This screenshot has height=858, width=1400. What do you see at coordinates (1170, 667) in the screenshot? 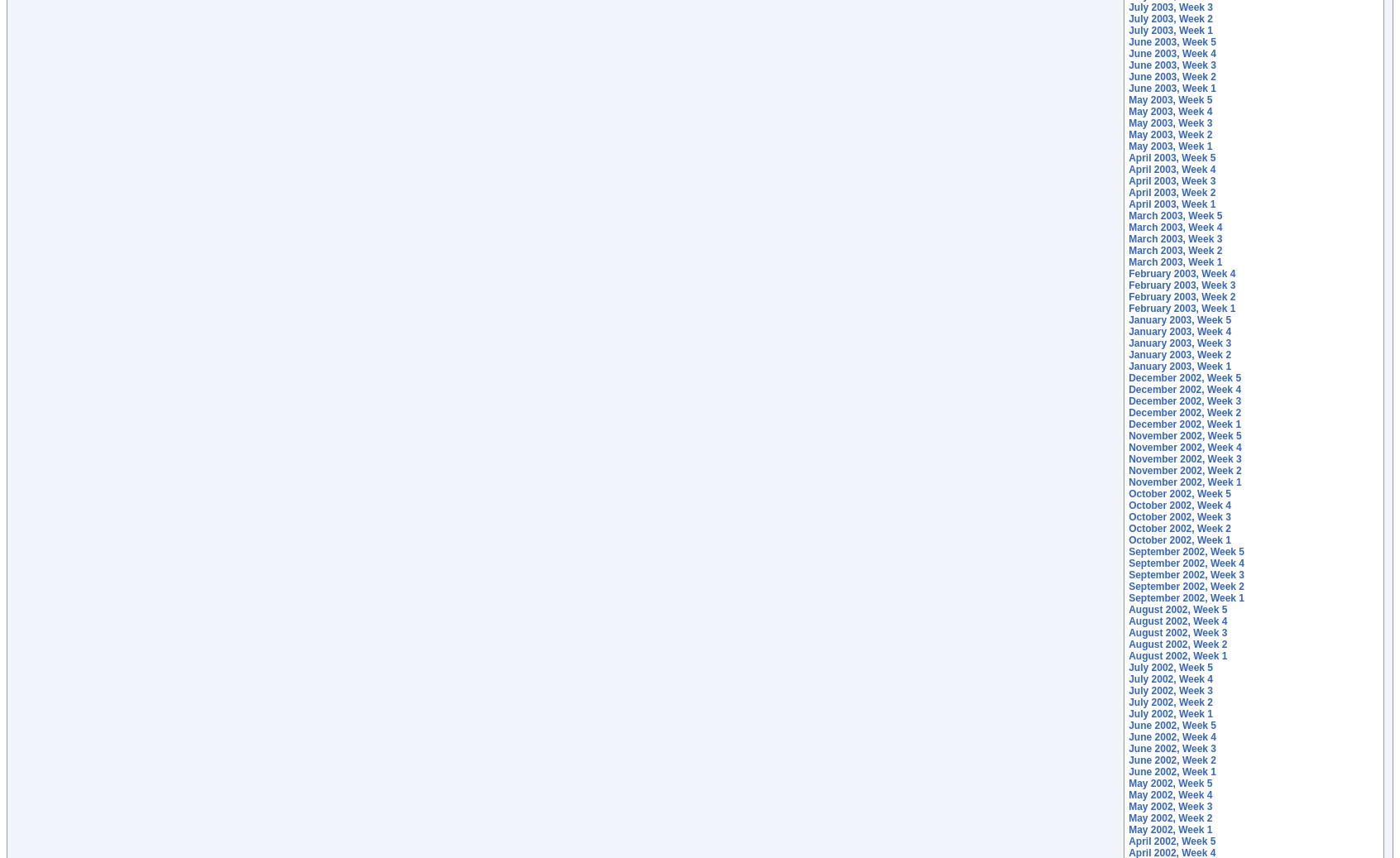
I see `'July 2002, Week 5'` at bounding box center [1170, 667].